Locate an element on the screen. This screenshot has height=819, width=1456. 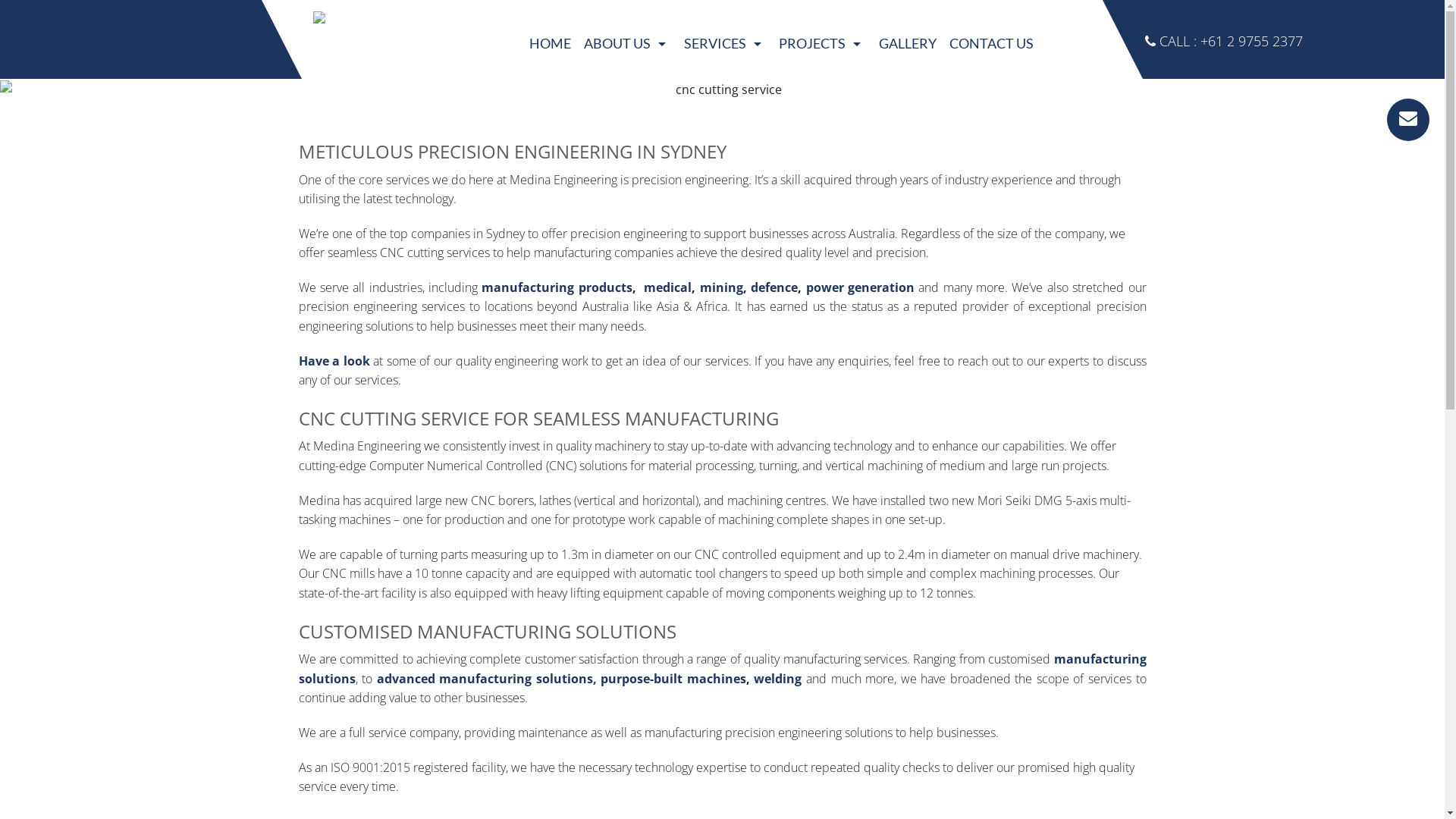
'HOME' is located at coordinates (549, 42).